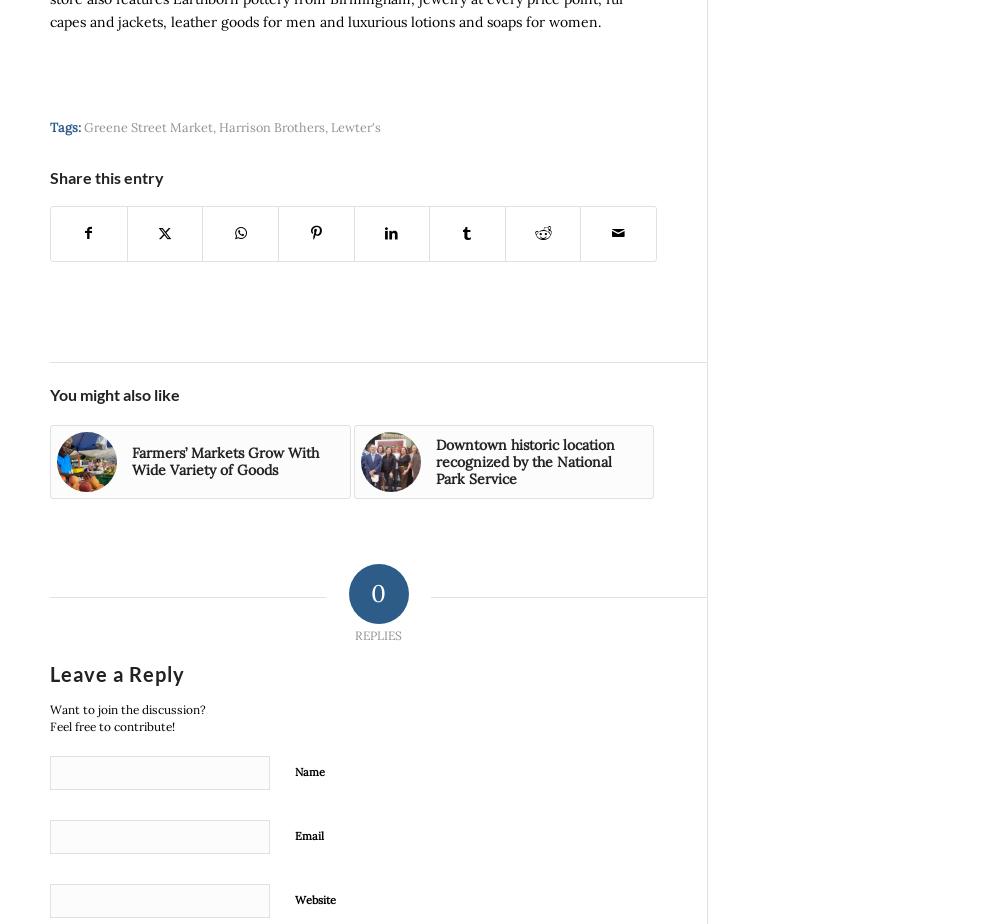  What do you see at coordinates (355, 125) in the screenshot?
I see `'Lewter's'` at bounding box center [355, 125].